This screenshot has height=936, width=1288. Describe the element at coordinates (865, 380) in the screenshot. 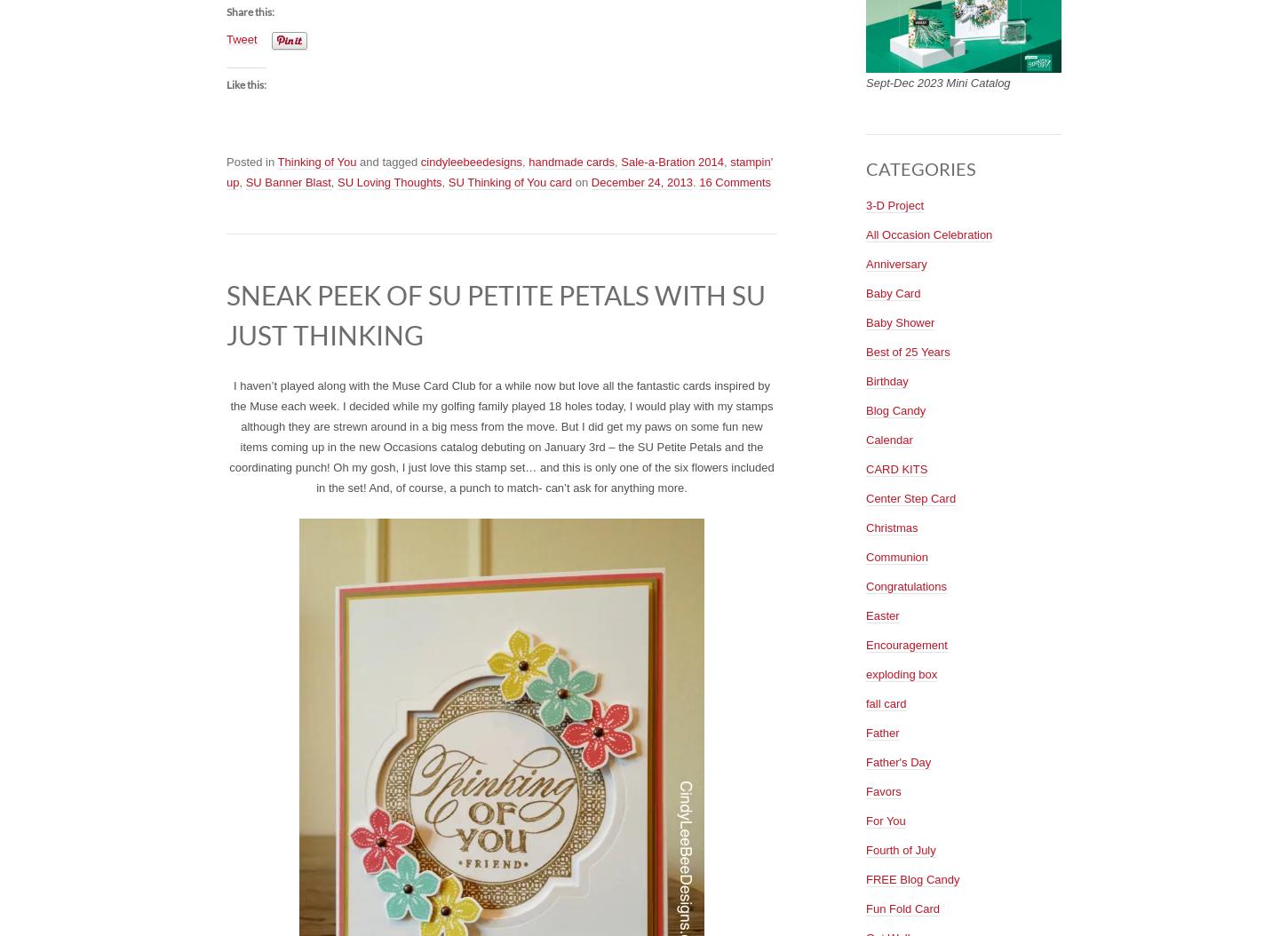

I see `'Birthday'` at that location.